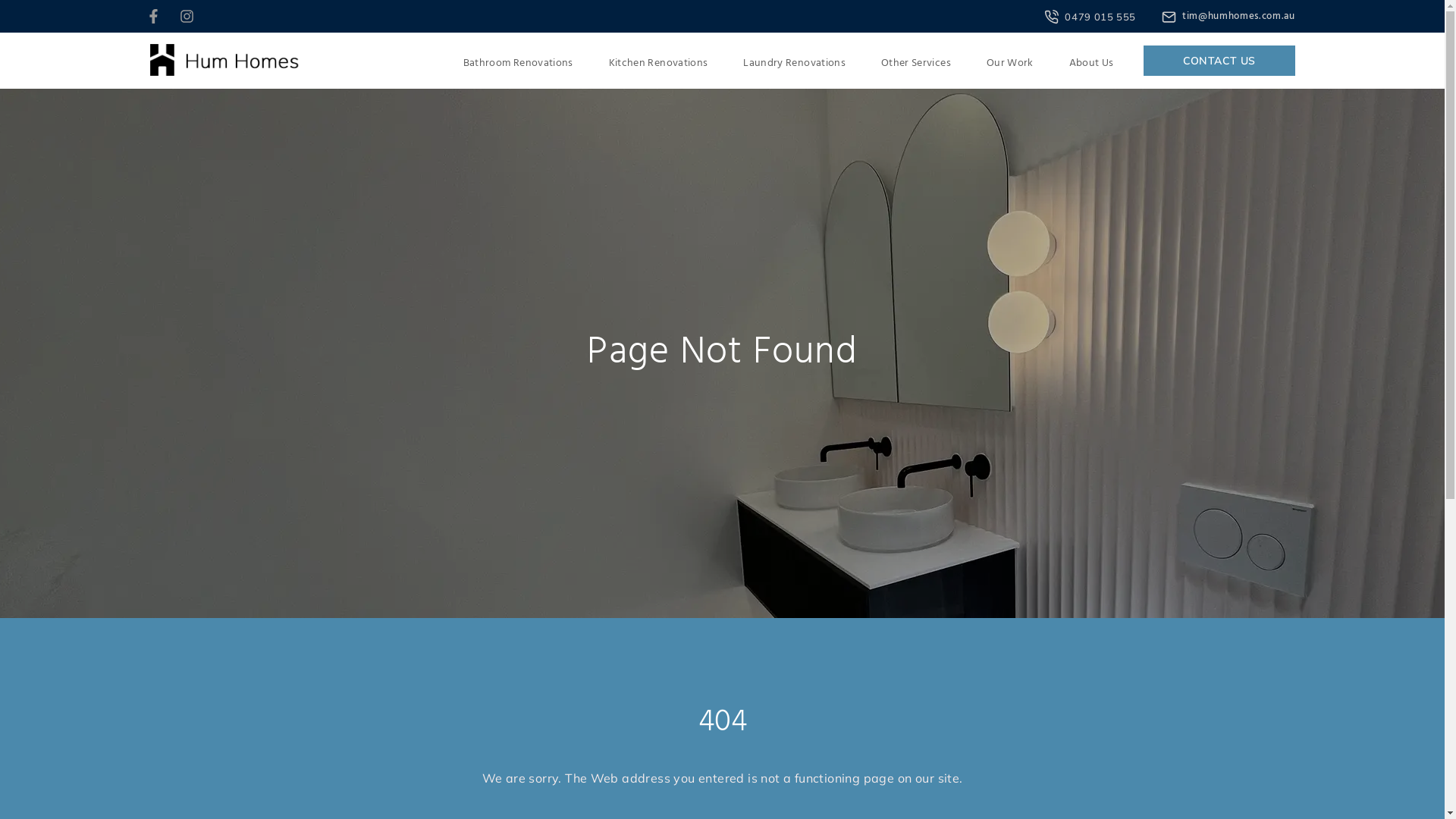 The image size is (1456, 819). What do you see at coordinates (1090, 63) in the screenshot?
I see `'About Us'` at bounding box center [1090, 63].